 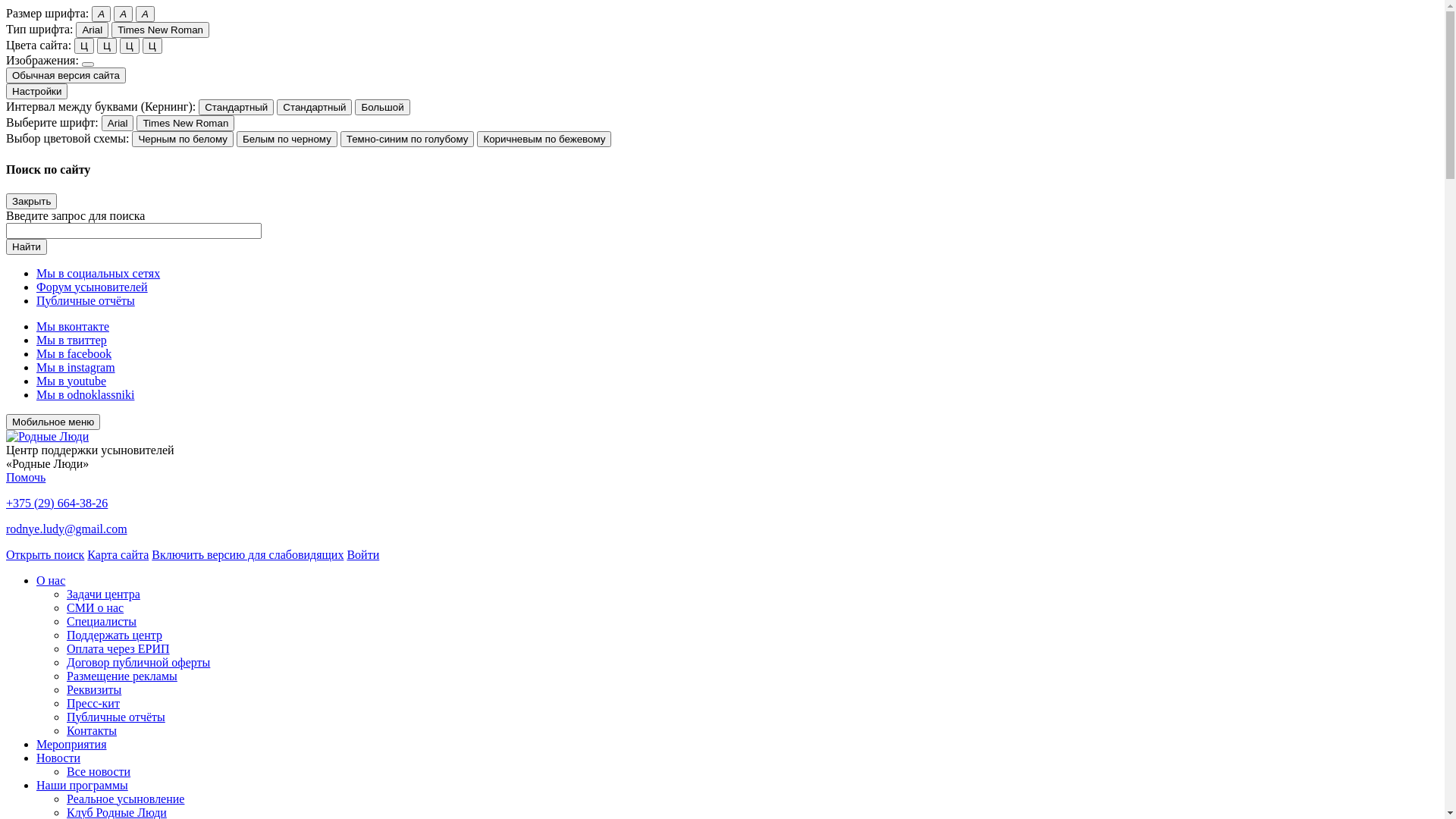 What do you see at coordinates (101, 122) in the screenshot?
I see `'Arial'` at bounding box center [101, 122].